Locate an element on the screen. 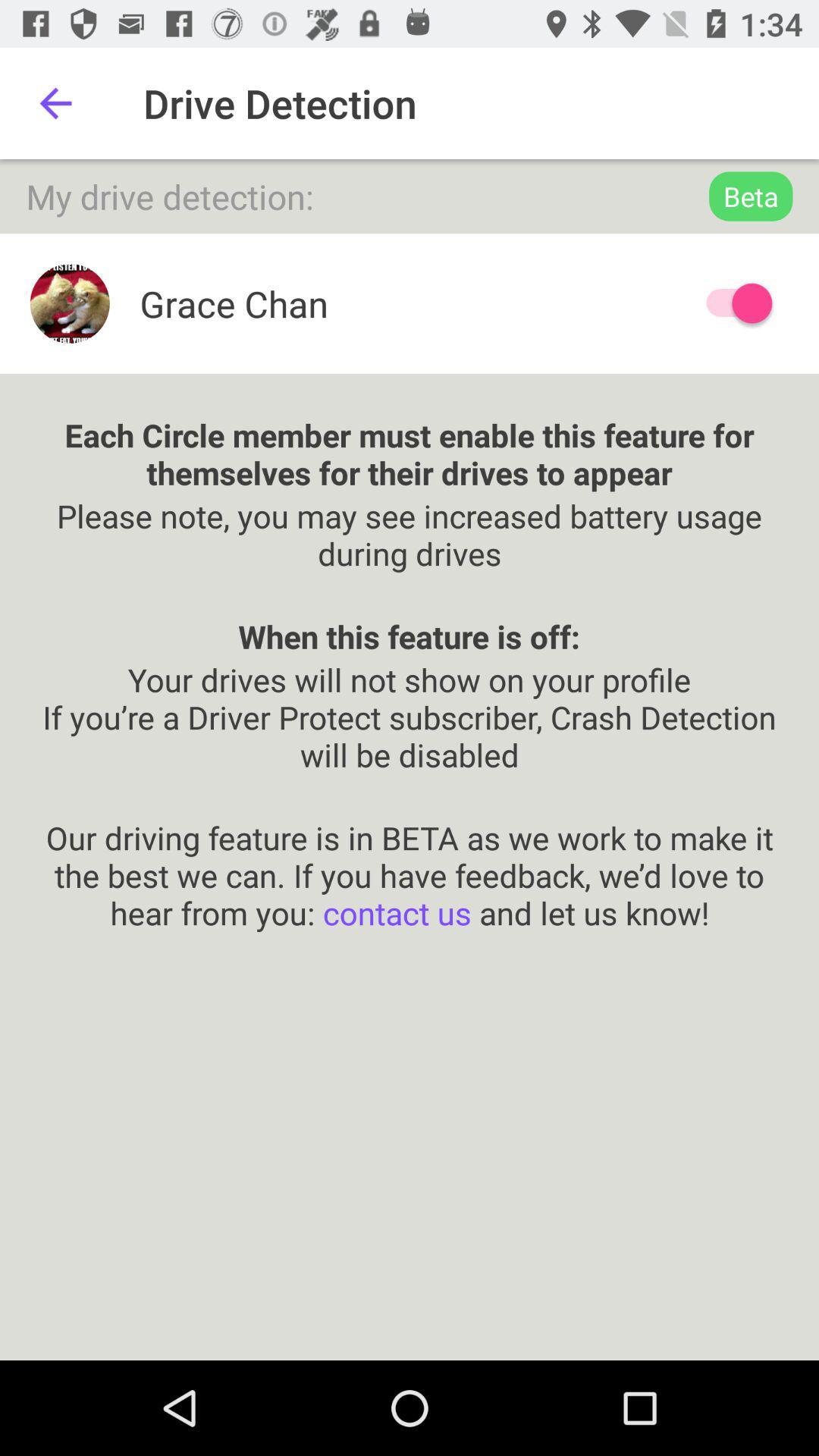  item next to grace chan icon is located at coordinates (731, 303).